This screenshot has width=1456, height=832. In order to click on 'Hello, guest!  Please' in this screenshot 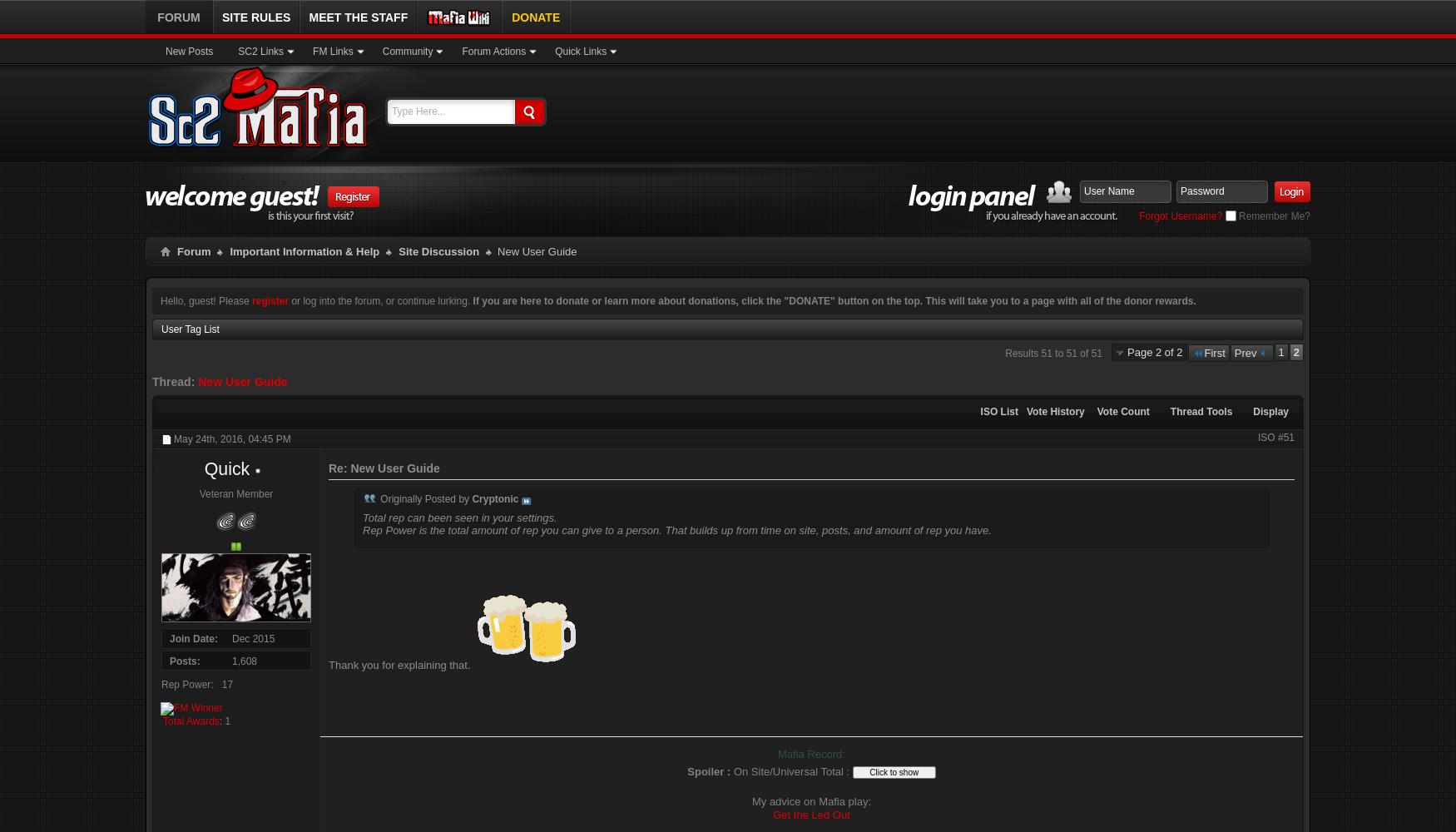, I will do `click(206, 300)`.